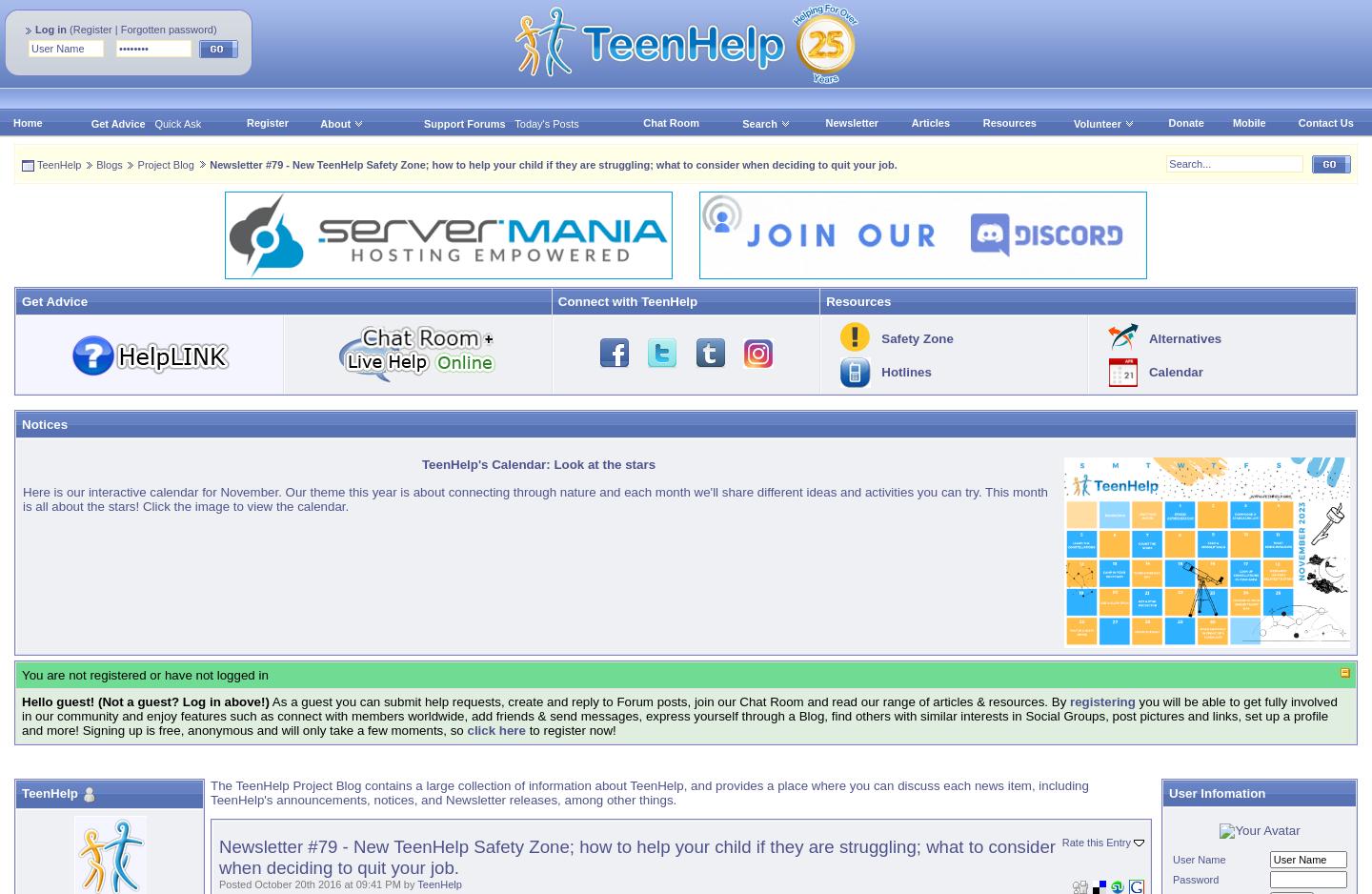 The width and height of the screenshot is (1372, 894). What do you see at coordinates (43, 423) in the screenshot?
I see `'Notices'` at bounding box center [43, 423].